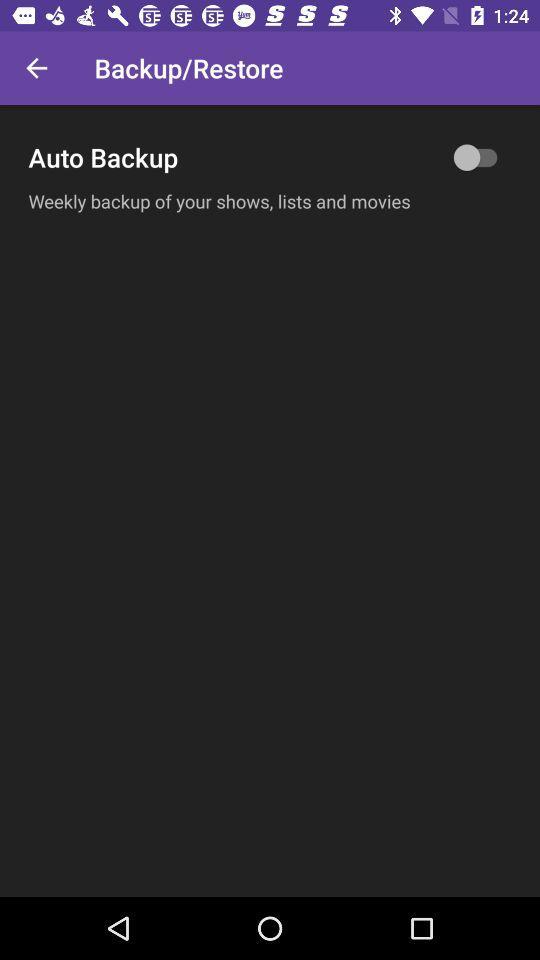 The height and width of the screenshot is (960, 540). What do you see at coordinates (270, 156) in the screenshot?
I see `the auto backup icon` at bounding box center [270, 156].